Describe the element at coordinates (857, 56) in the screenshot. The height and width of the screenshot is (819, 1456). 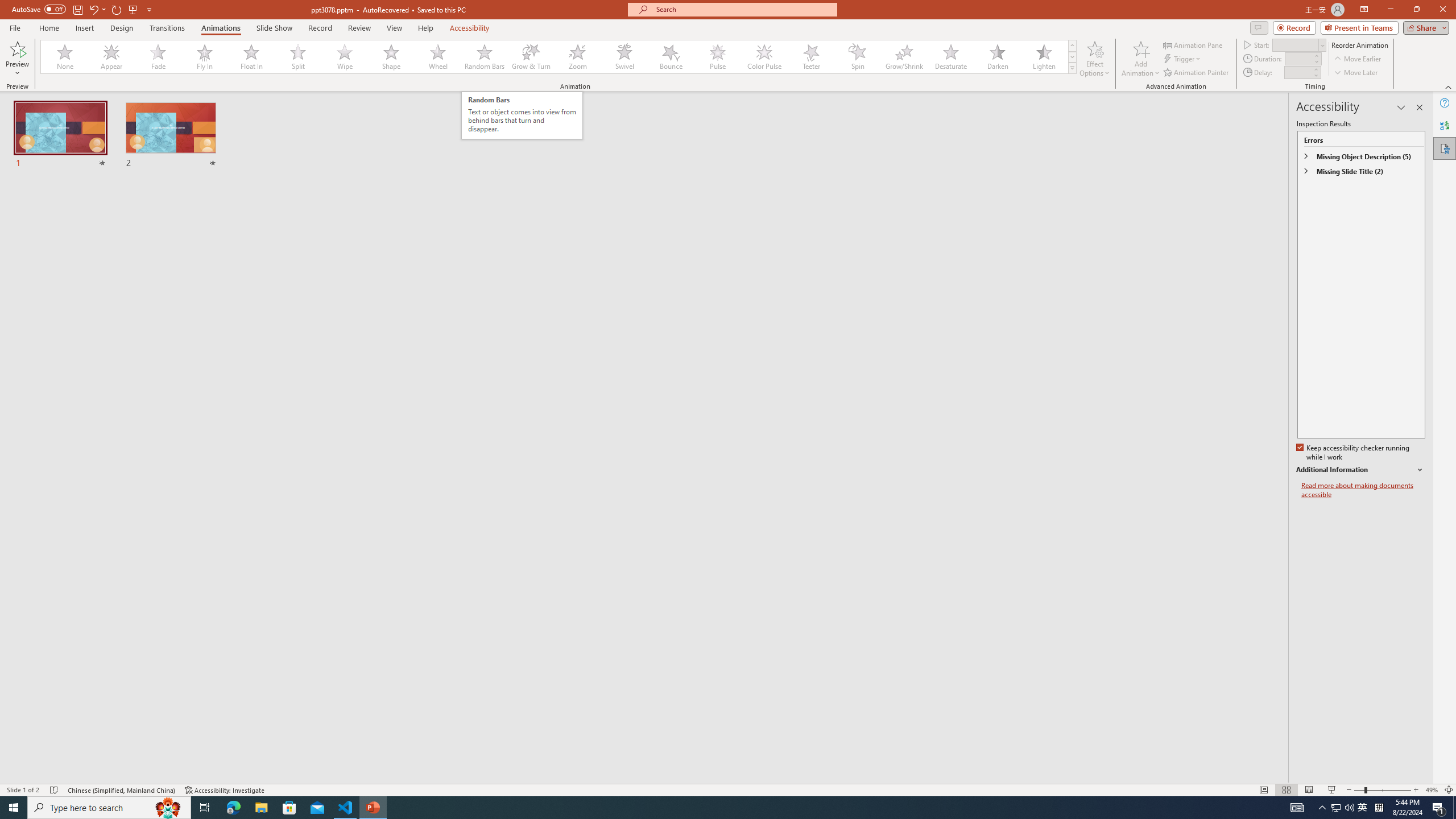
I see `'Spin'` at that location.